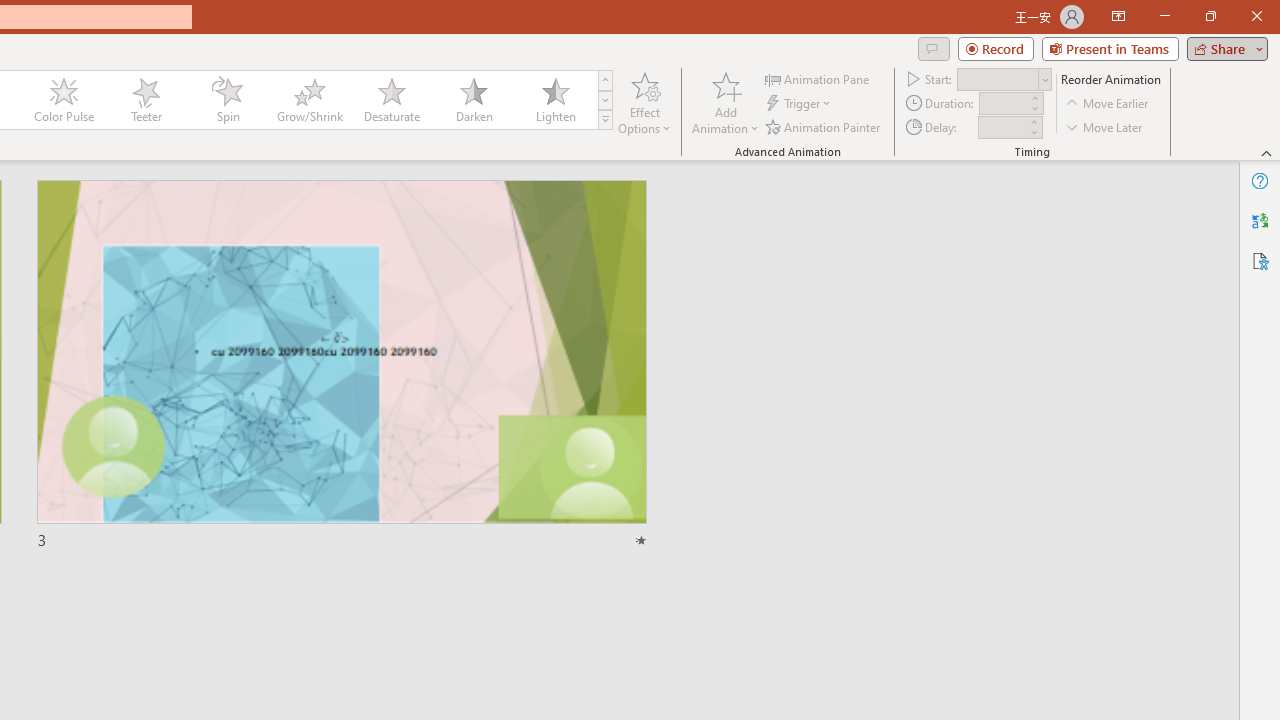 The height and width of the screenshot is (720, 1280). I want to click on 'Row Down', so click(604, 100).